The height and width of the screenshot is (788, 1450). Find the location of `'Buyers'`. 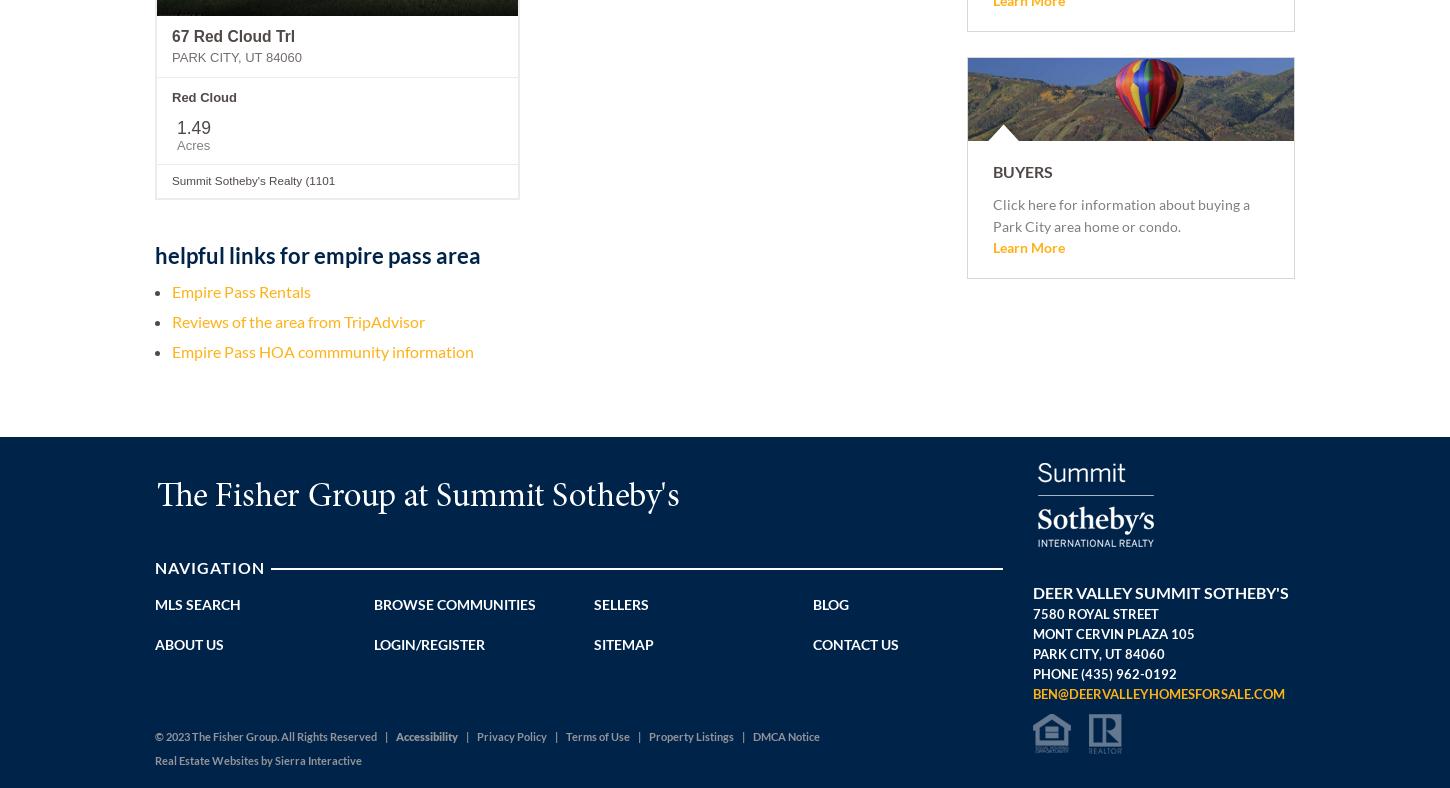

'Buyers' is located at coordinates (1022, 170).